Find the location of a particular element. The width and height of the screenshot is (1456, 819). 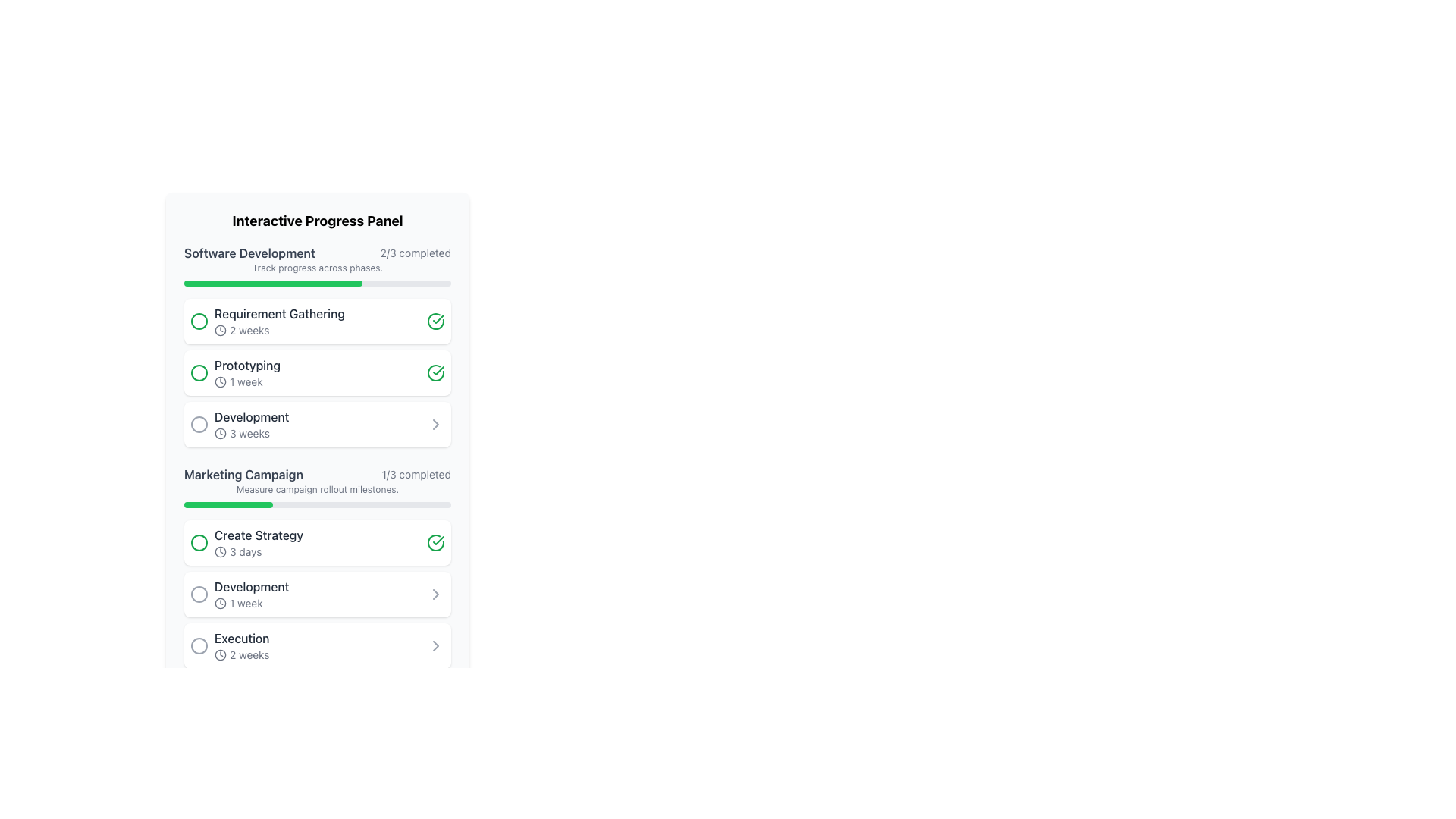

clock icon in the 'Development' list item, which is the third item in the 'Software Development' section, featuring the title 'Development' in bold and the text '3 weeks' below it is located at coordinates (252, 424).